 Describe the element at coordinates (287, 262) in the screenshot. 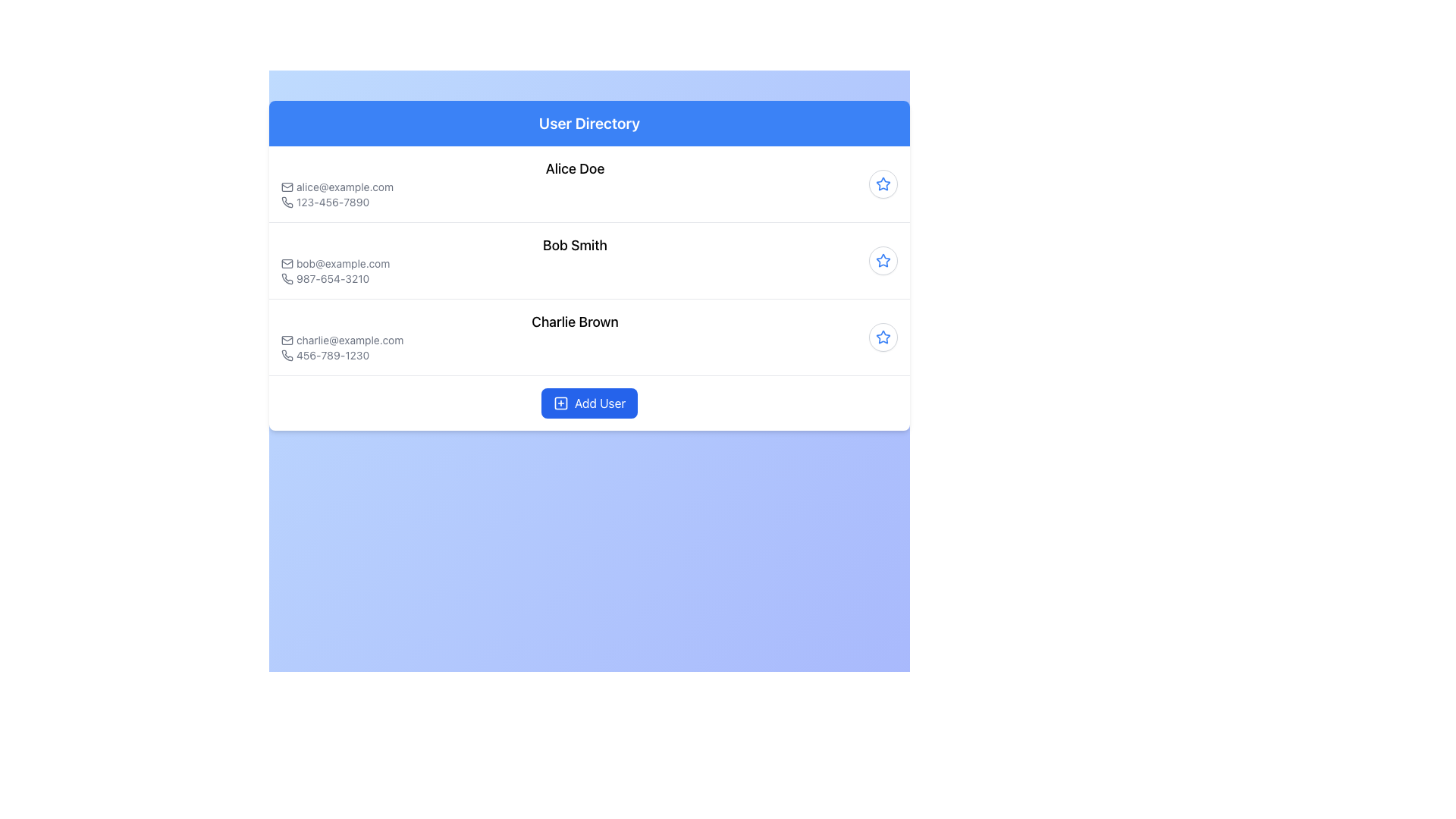

I see `the mail icon component that visually indicates the email address field for 'bob@example.com' in the user directory` at that location.